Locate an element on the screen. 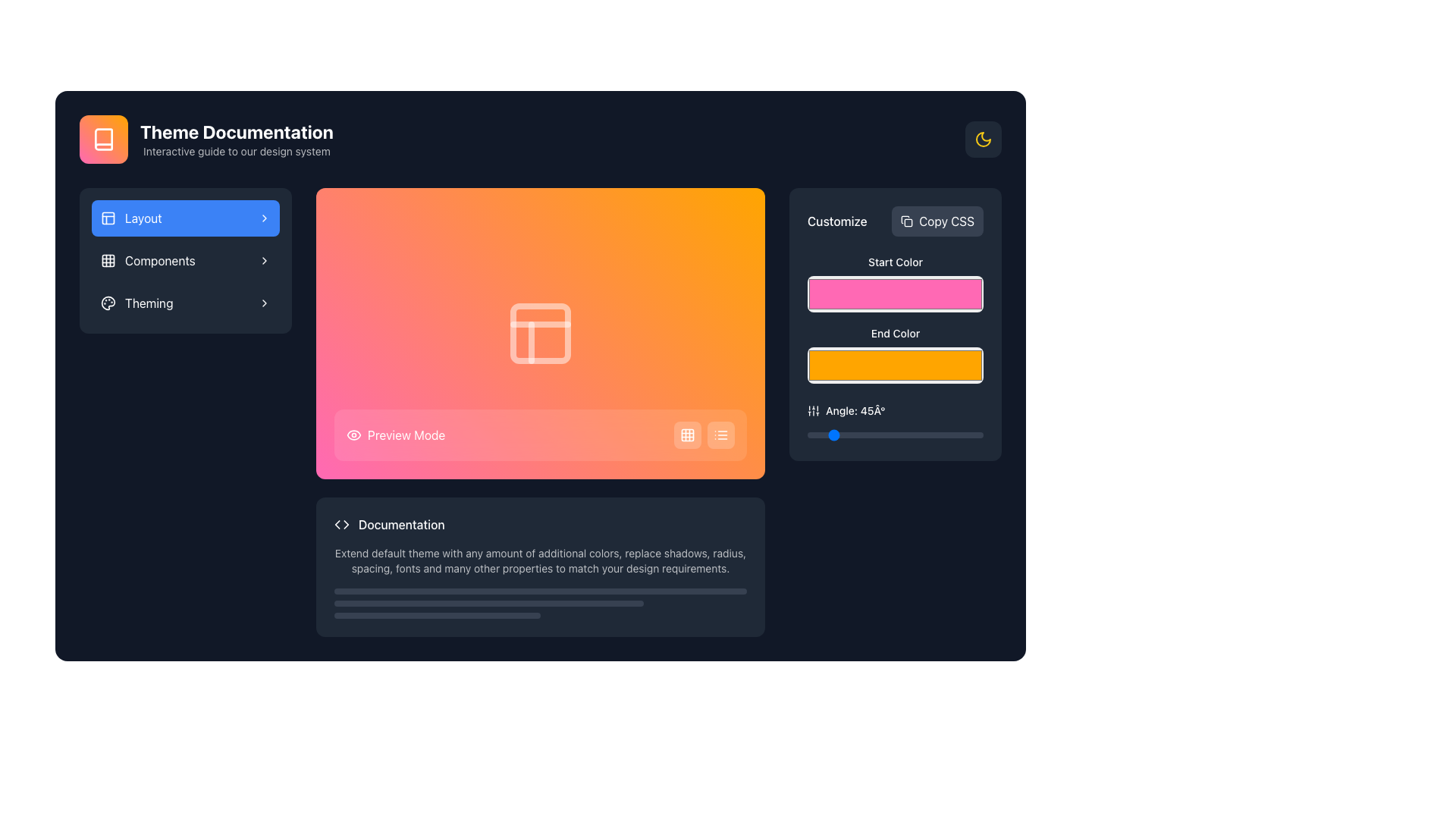 This screenshot has height=819, width=1456. the Text Label positioned within the button group on the top-right section of the interface, which enhances user readability and interaction clarity is located at coordinates (946, 221).